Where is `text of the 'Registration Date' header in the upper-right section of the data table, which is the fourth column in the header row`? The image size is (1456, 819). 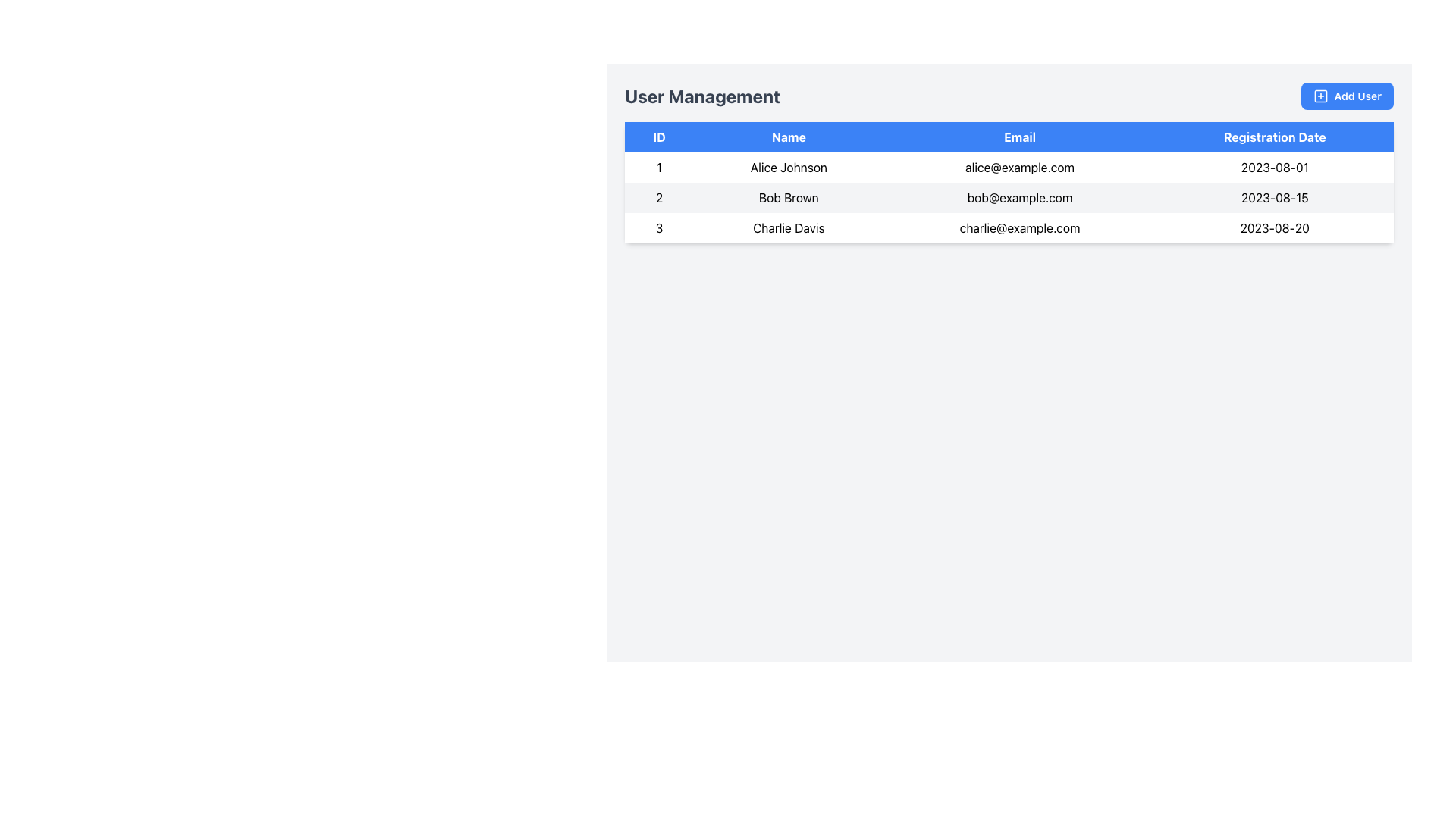
text of the 'Registration Date' header in the upper-right section of the data table, which is the fourth column in the header row is located at coordinates (1274, 137).